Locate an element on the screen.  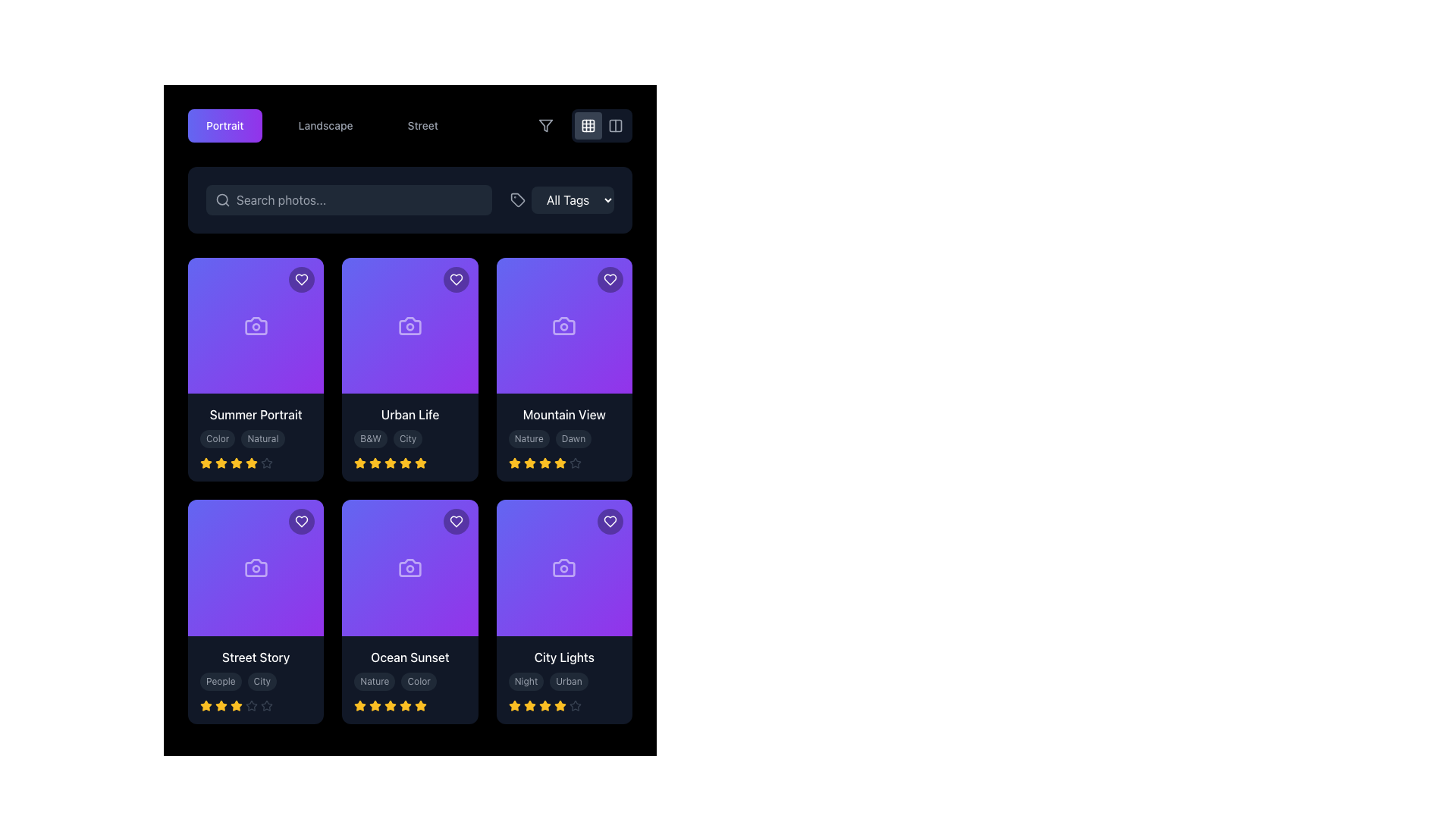
the decorative symbol or icon located in the upper-left corner of the 'Summer Portrait' card component is located at coordinates (256, 325).